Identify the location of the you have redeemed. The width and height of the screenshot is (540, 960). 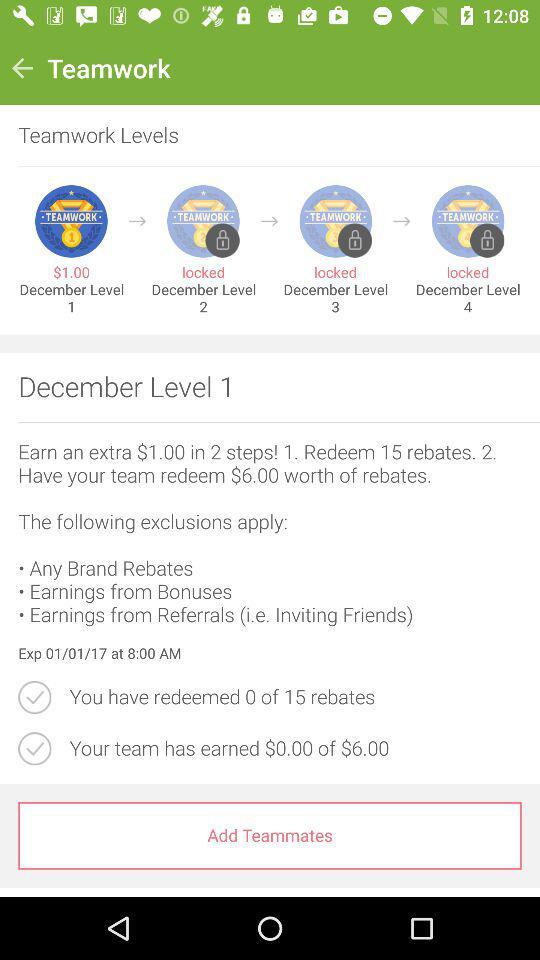
(294, 697).